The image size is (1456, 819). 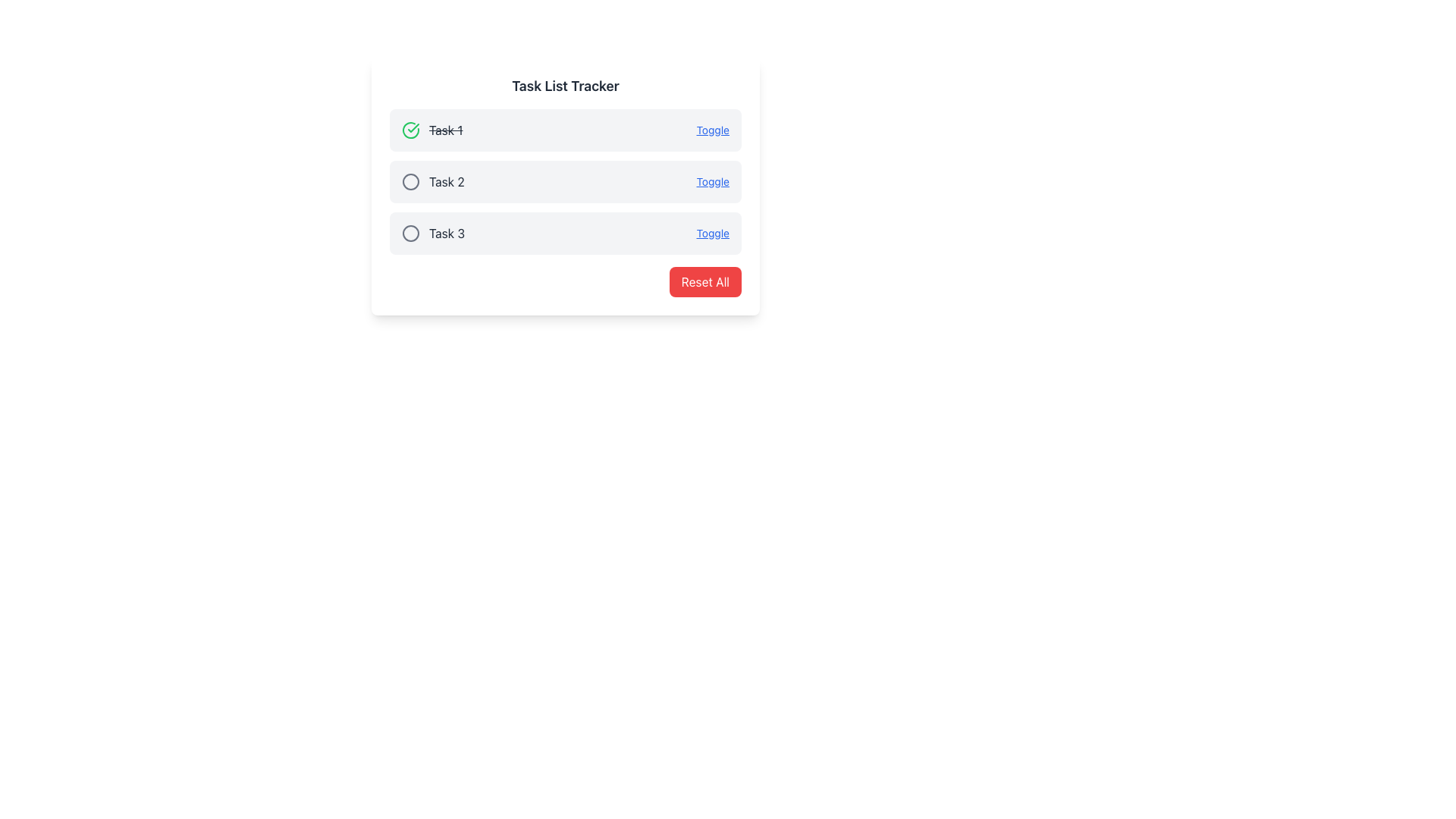 I want to click on the circular boundary of the checkbox graphic for 'Task 1' in the first row of the task list, which indicates the checked state, so click(x=411, y=130).